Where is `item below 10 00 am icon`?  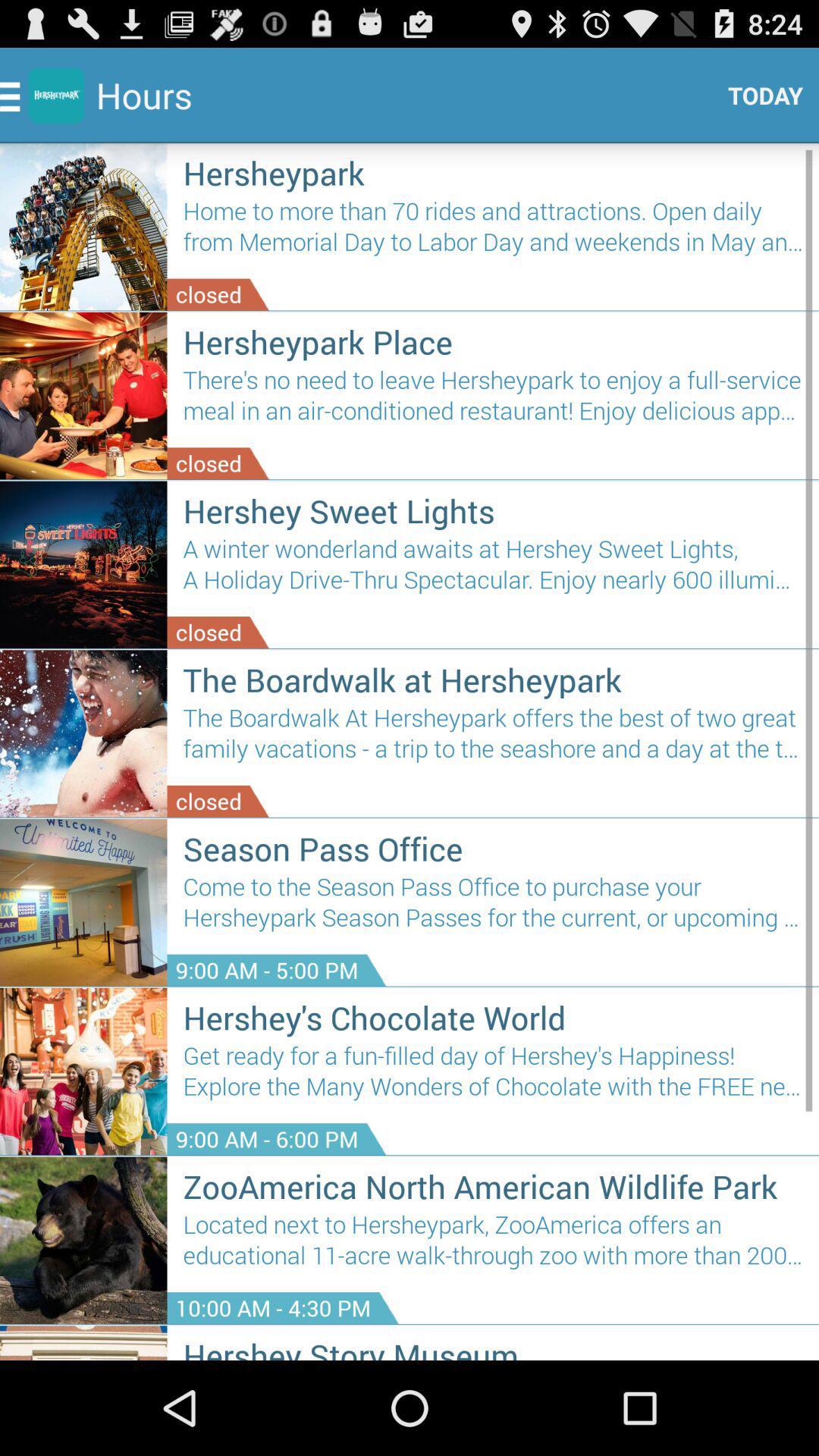
item below 10 00 am icon is located at coordinates (493, 1347).